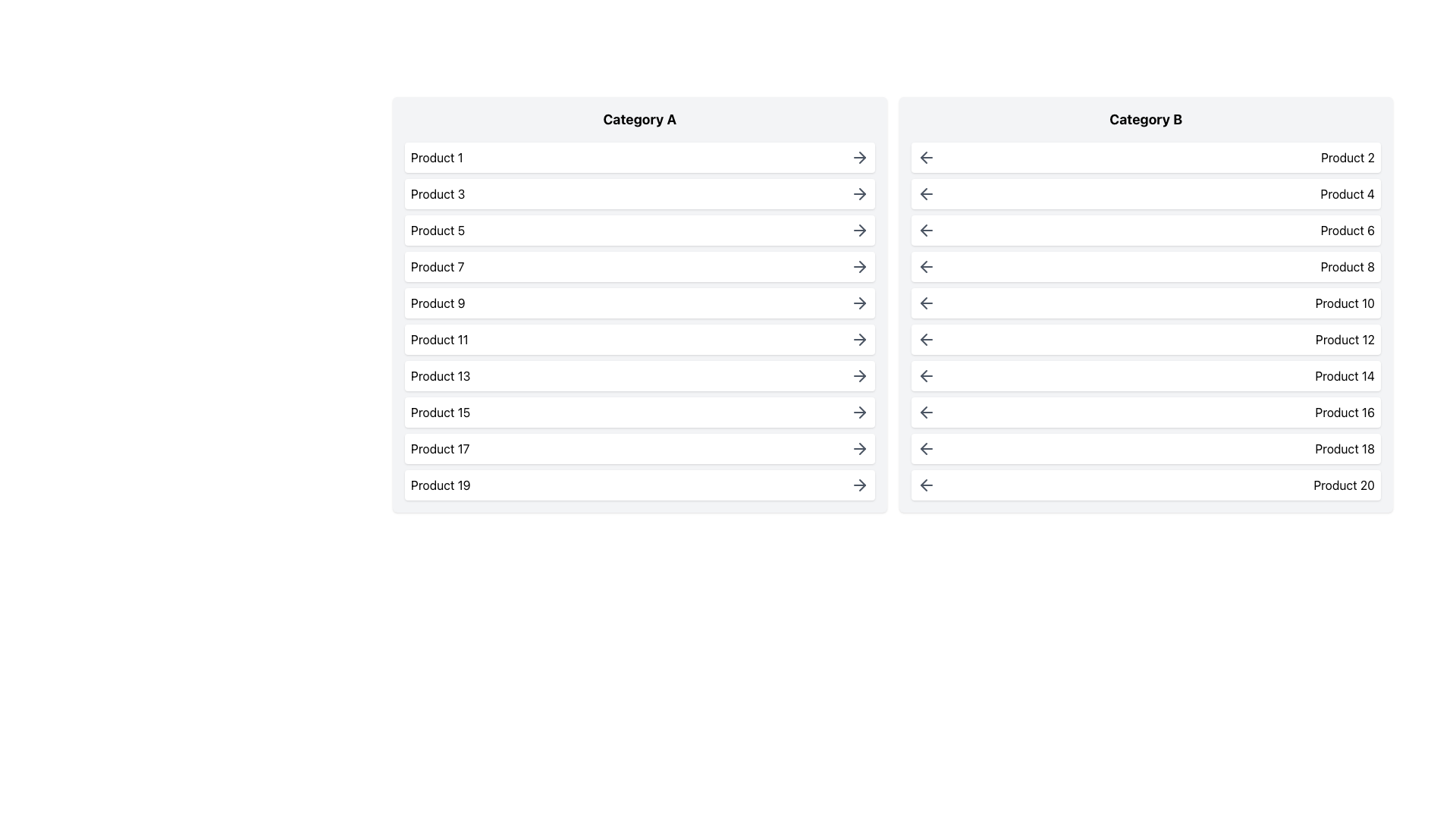 Image resolution: width=1456 pixels, height=819 pixels. Describe the element at coordinates (862, 485) in the screenshot. I see `the right-pointing arrow icon located at the farthest right of the row corresponding to 'Product 19' in the 'Category A' column` at that location.